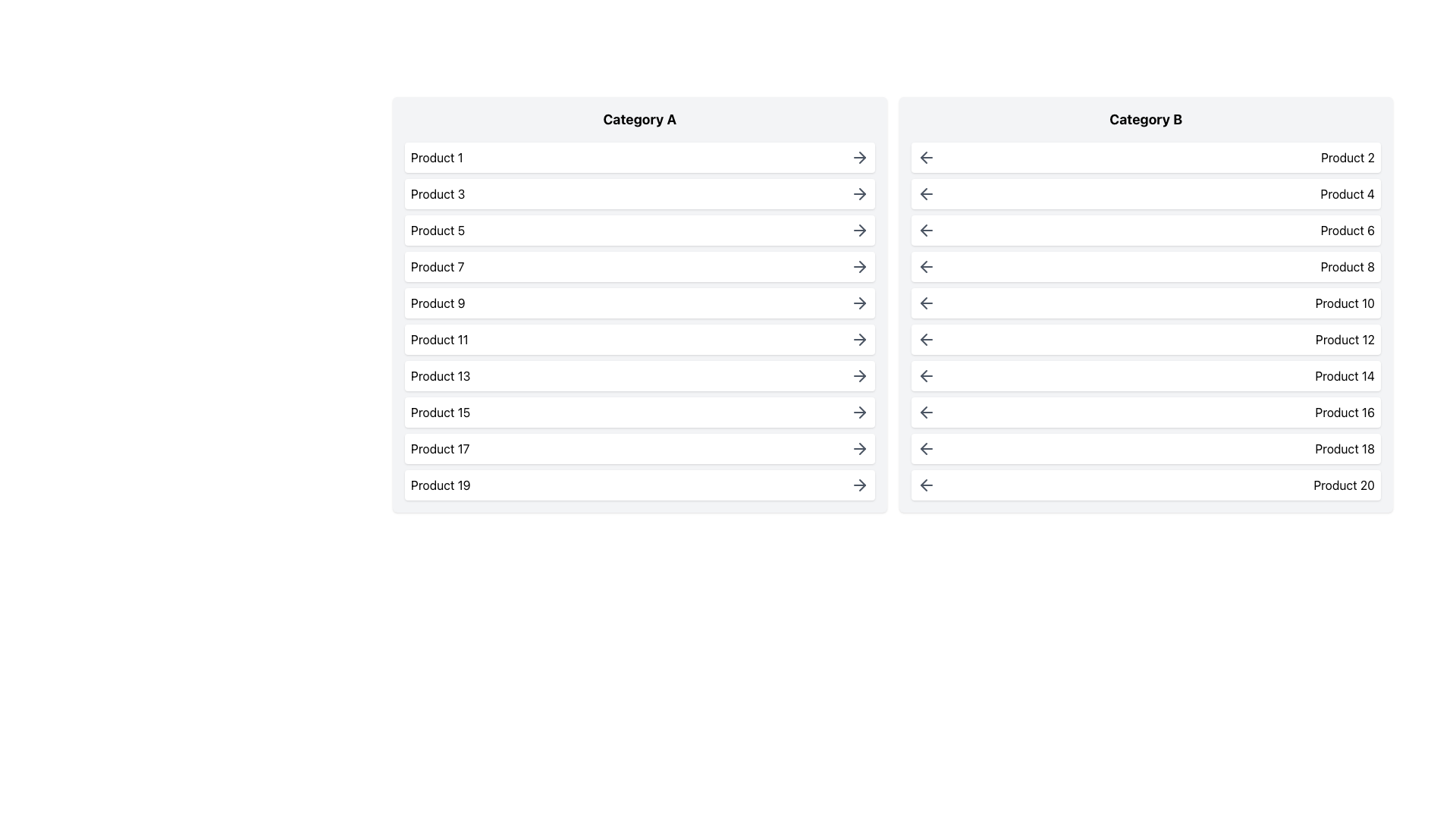 Image resolution: width=1456 pixels, height=819 pixels. Describe the element at coordinates (862, 485) in the screenshot. I see `the right-pointing arrow icon located at the farthest right of the row corresponding to 'Product 19' in the 'Category A' column` at that location.